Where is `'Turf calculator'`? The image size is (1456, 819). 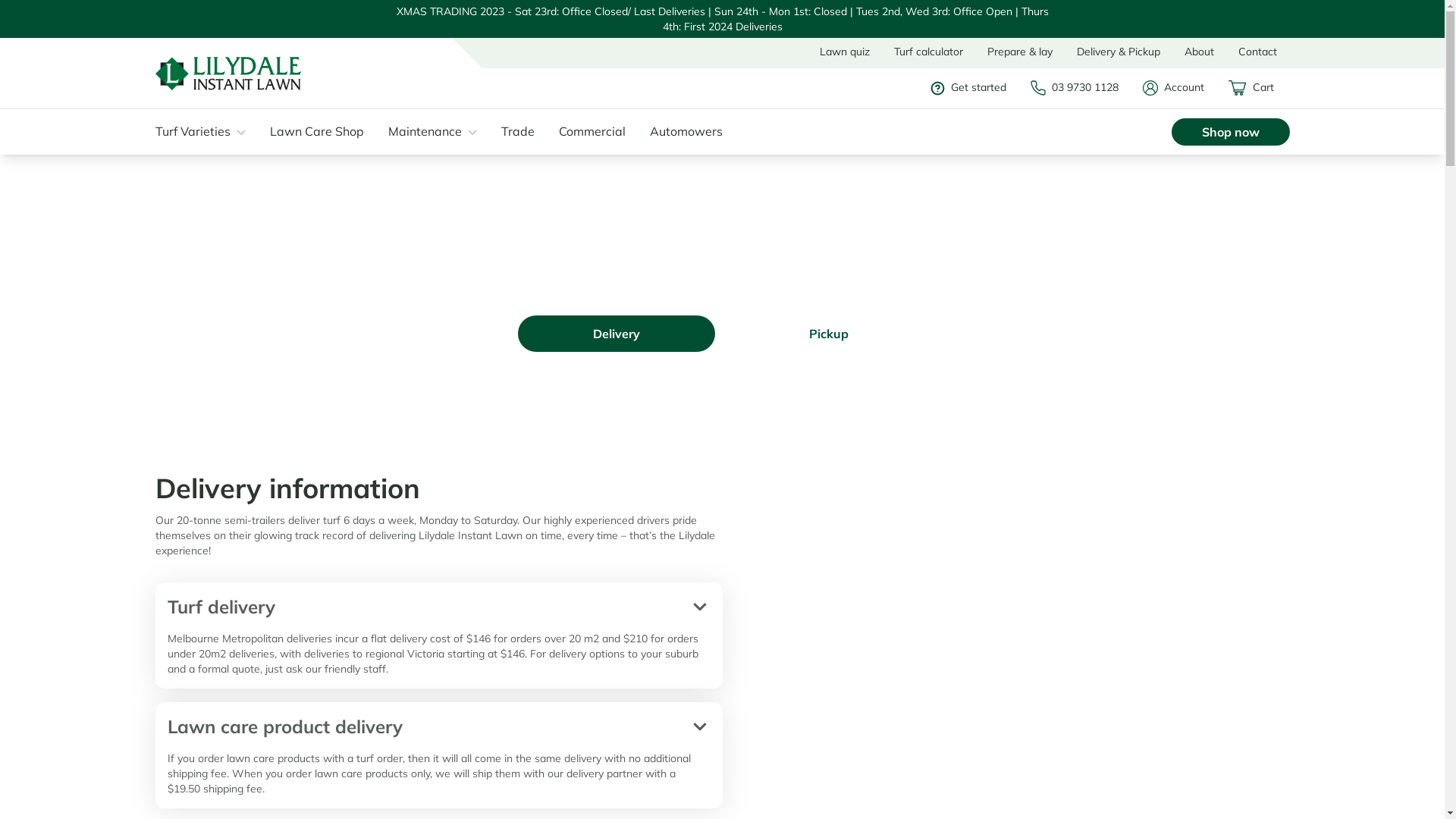
'Turf calculator' is located at coordinates (927, 51).